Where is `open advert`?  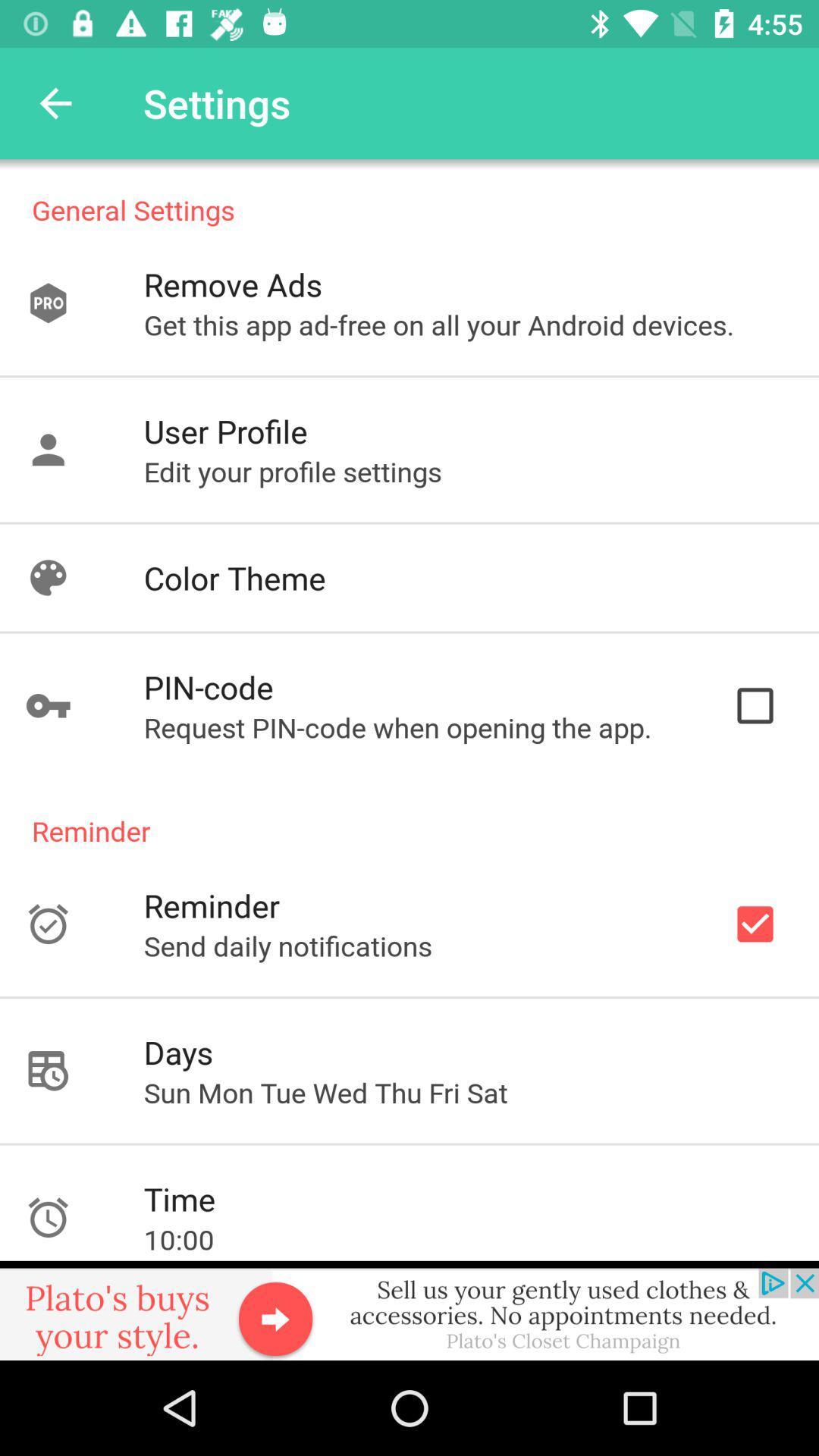
open advert is located at coordinates (409, 1310).